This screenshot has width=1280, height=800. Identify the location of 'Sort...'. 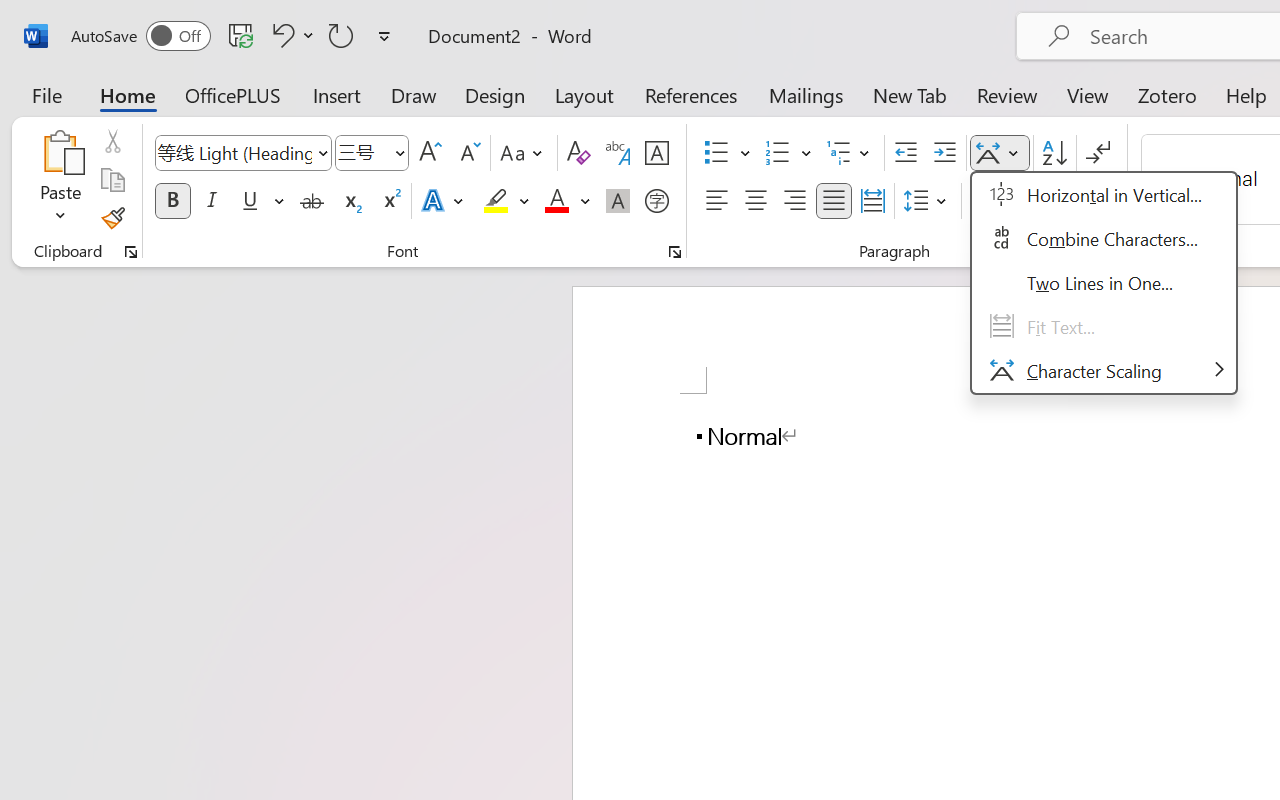
(1053, 153).